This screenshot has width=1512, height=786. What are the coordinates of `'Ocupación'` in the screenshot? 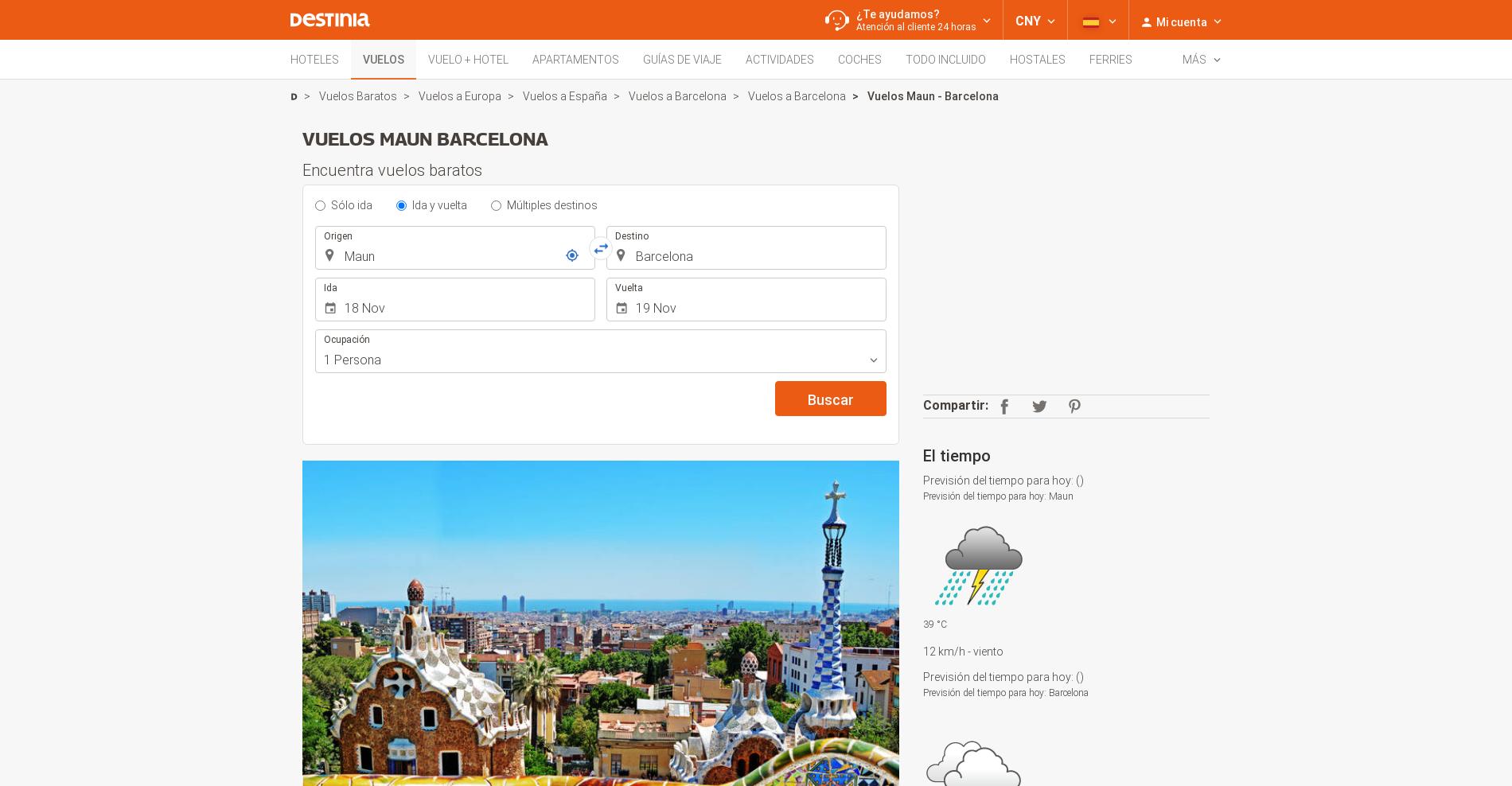 It's located at (346, 339).